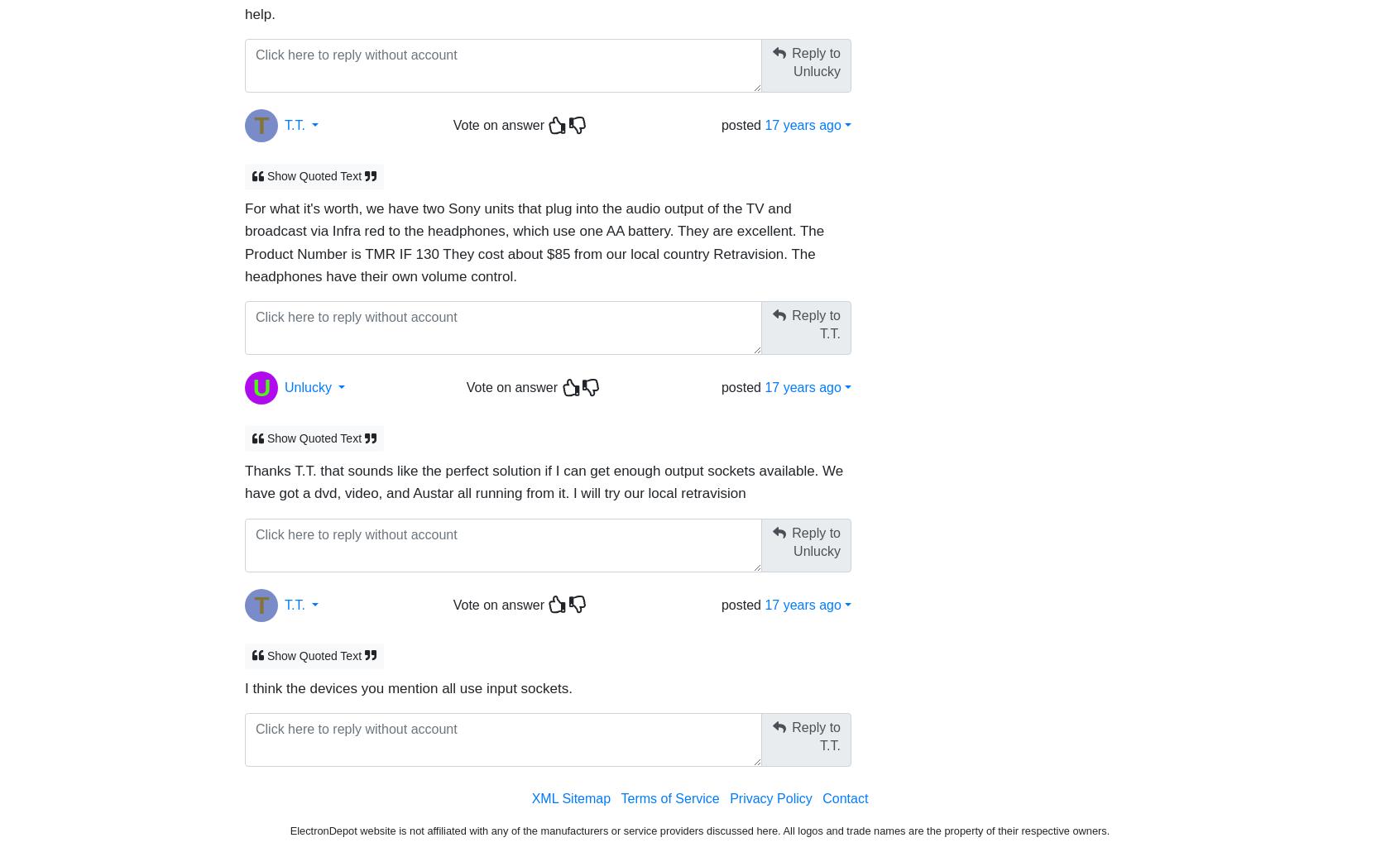 This screenshot has width=1400, height=852. What do you see at coordinates (544, 481) in the screenshot?
I see `'Thanks T.T. that sounds like the perfect solution if I can get enough  output sockets available.  We have got a dvd, video, and Austar all  running from it. I will try our local retravision'` at bounding box center [544, 481].